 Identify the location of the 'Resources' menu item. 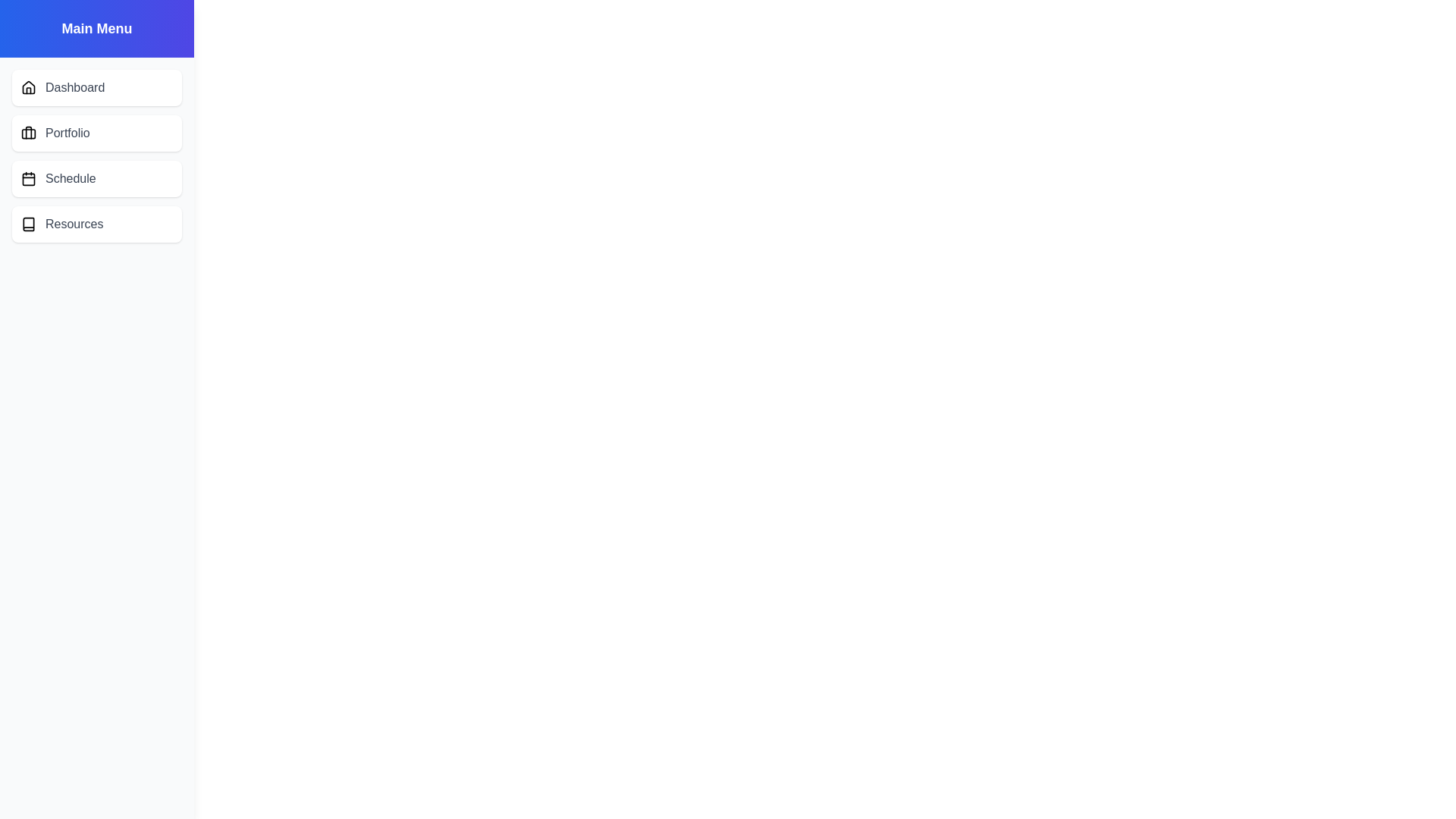
(96, 224).